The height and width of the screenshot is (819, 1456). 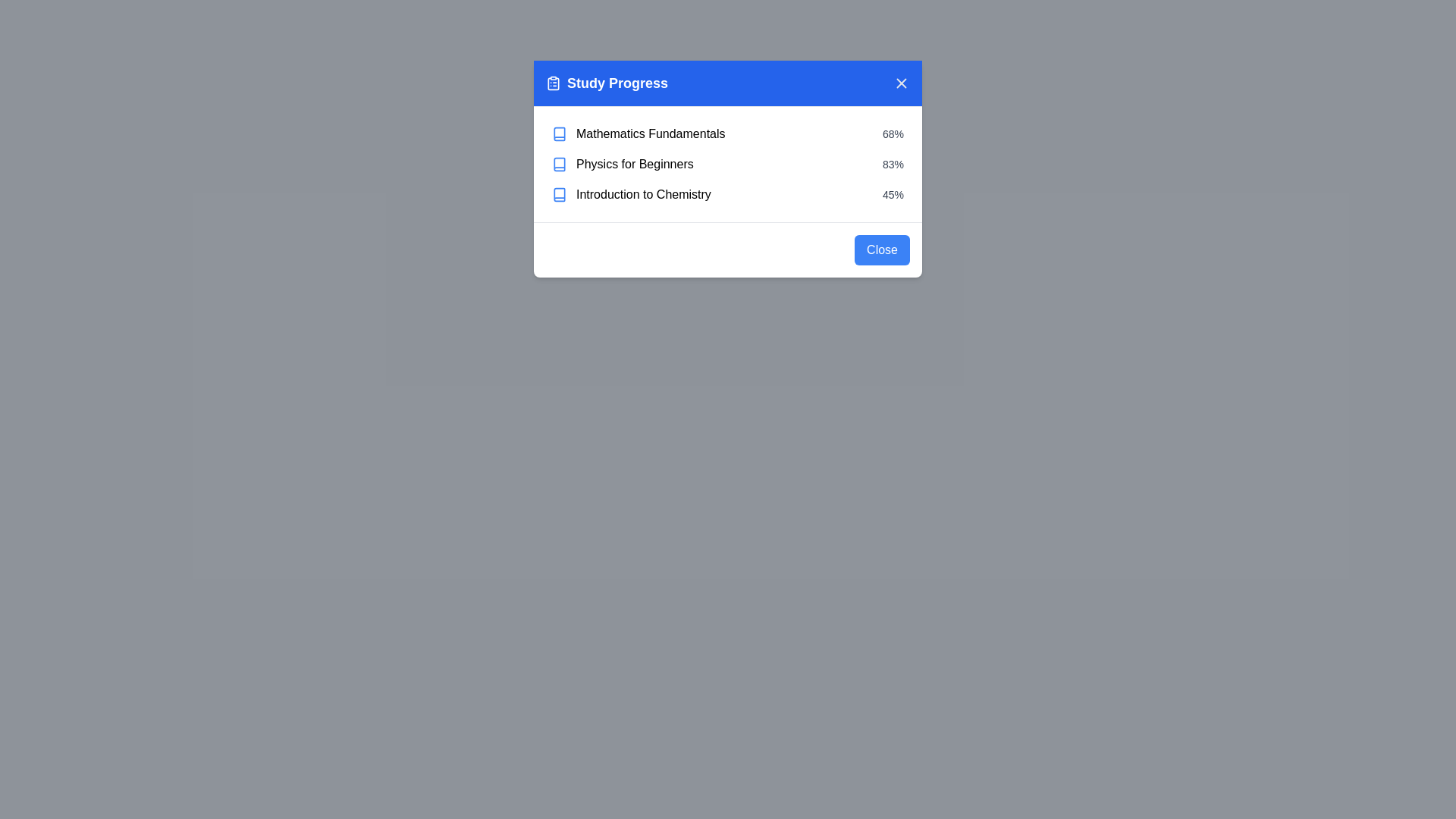 What do you see at coordinates (728, 194) in the screenshot?
I see `the list item displaying the course 'Introduction to Chemistry' in the 'Study Progress' modal` at bounding box center [728, 194].